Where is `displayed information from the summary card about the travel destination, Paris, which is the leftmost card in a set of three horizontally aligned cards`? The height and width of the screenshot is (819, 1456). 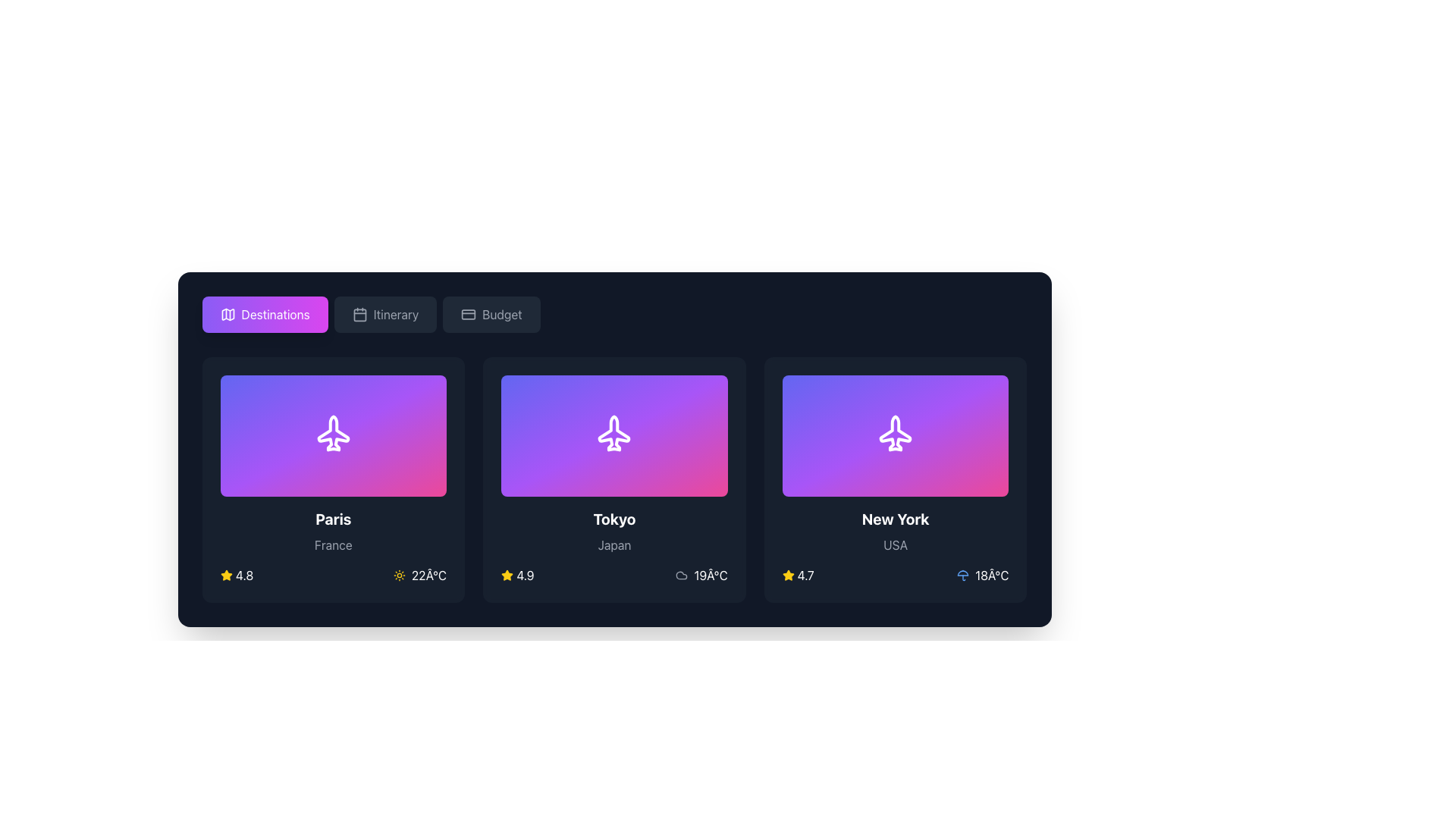 displayed information from the summary card about the travel destination, Paris, which is the leftmost card in a set of three horizontally aligned cards is located at coordinates (332, 479).